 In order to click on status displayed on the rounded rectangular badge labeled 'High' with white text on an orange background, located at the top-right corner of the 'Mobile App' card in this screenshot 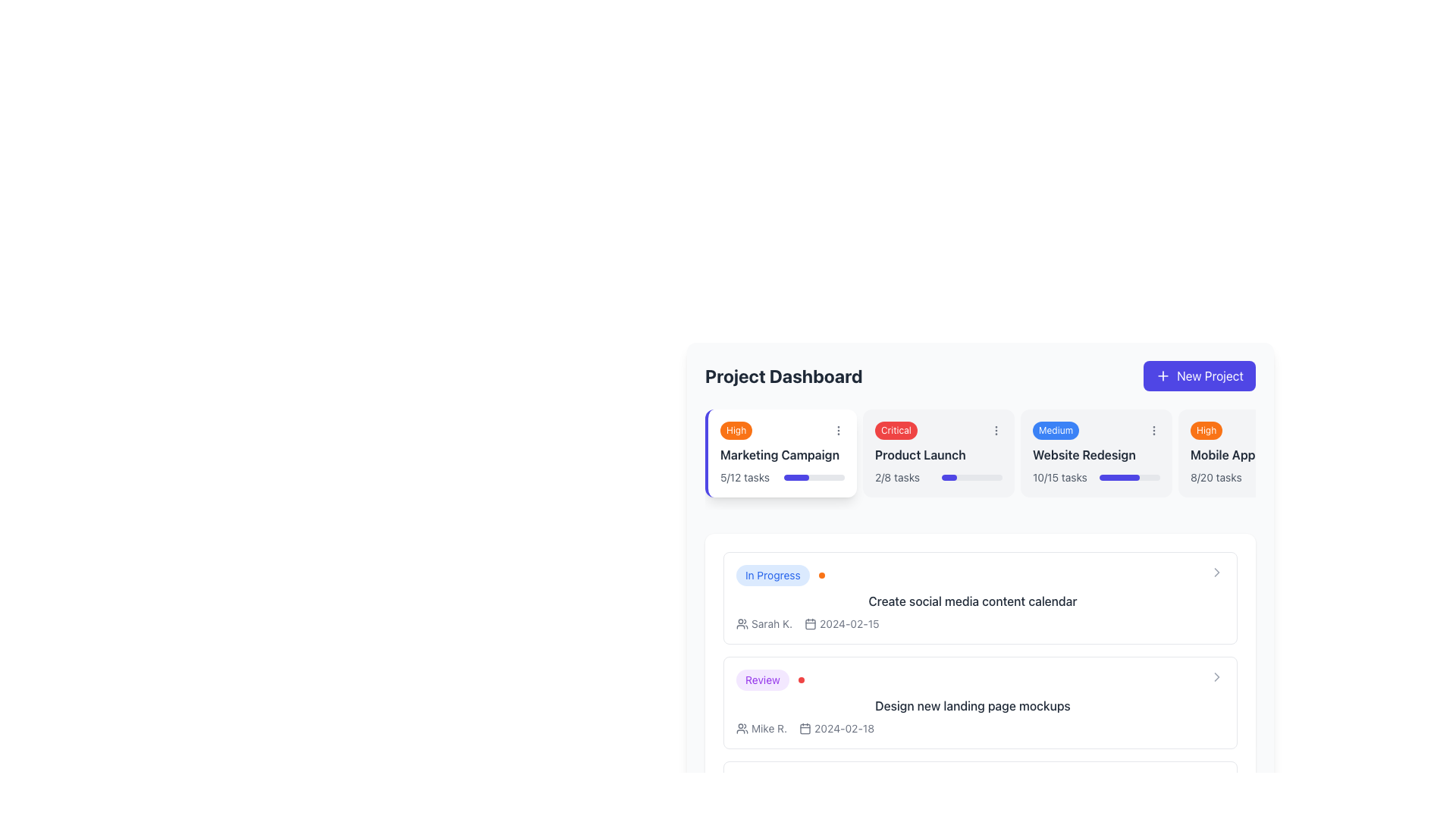, I will do `click(1206, 430)`.